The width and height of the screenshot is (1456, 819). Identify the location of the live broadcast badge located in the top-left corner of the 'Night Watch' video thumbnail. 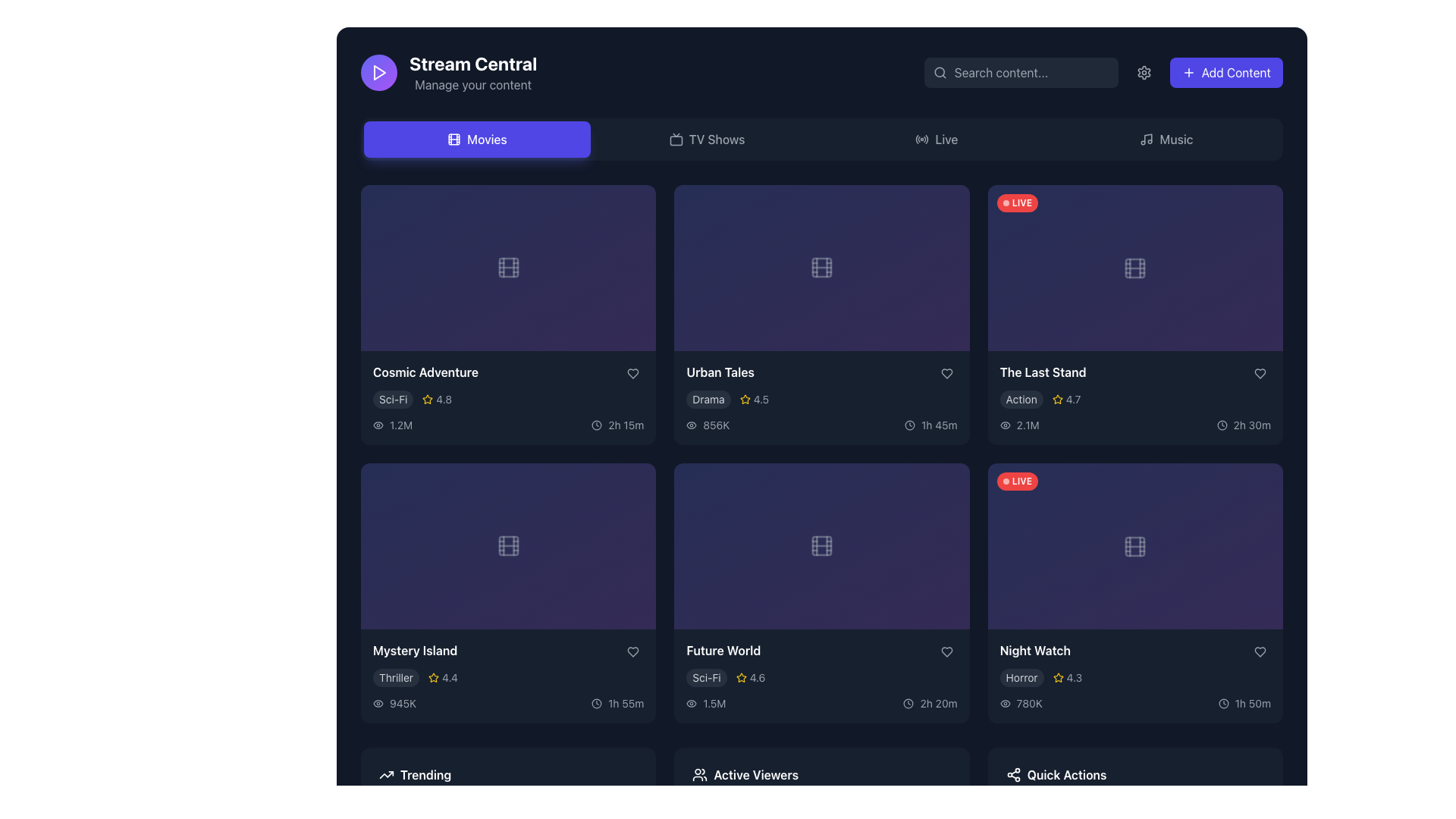
(1017, 482).